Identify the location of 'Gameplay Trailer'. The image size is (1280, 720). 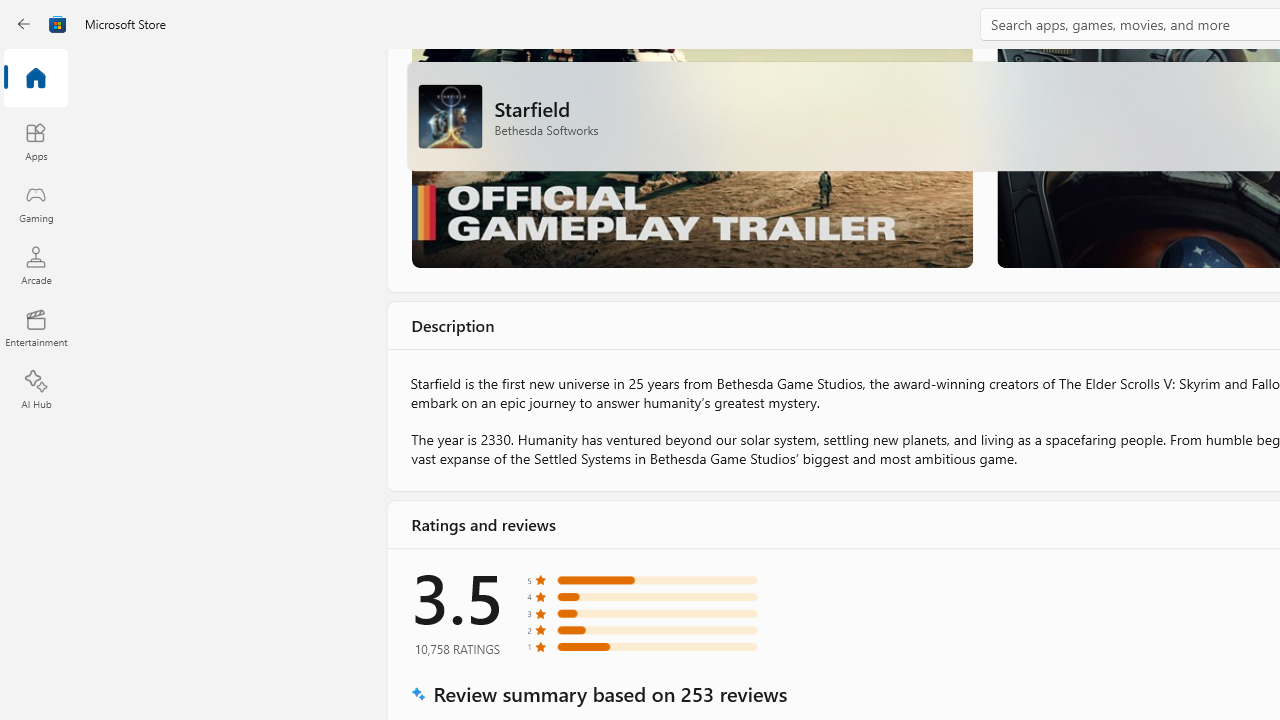
(691, 157).